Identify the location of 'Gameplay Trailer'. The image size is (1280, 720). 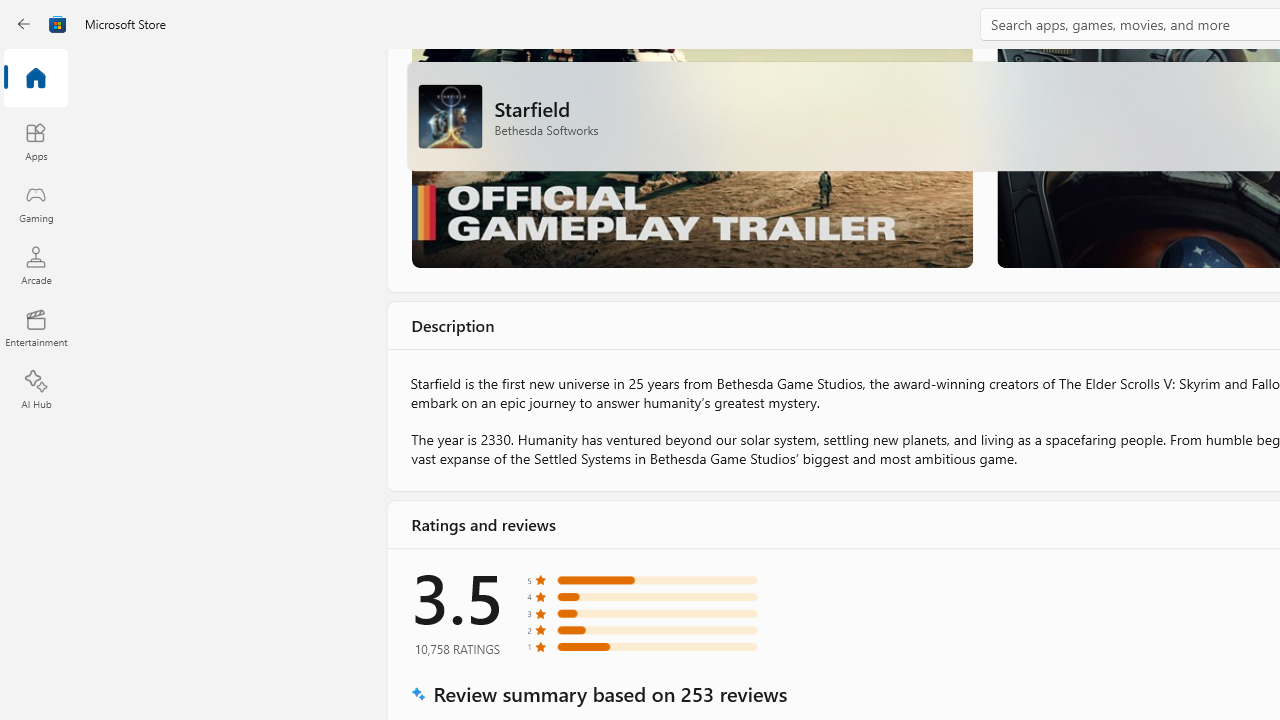
(691, 157).